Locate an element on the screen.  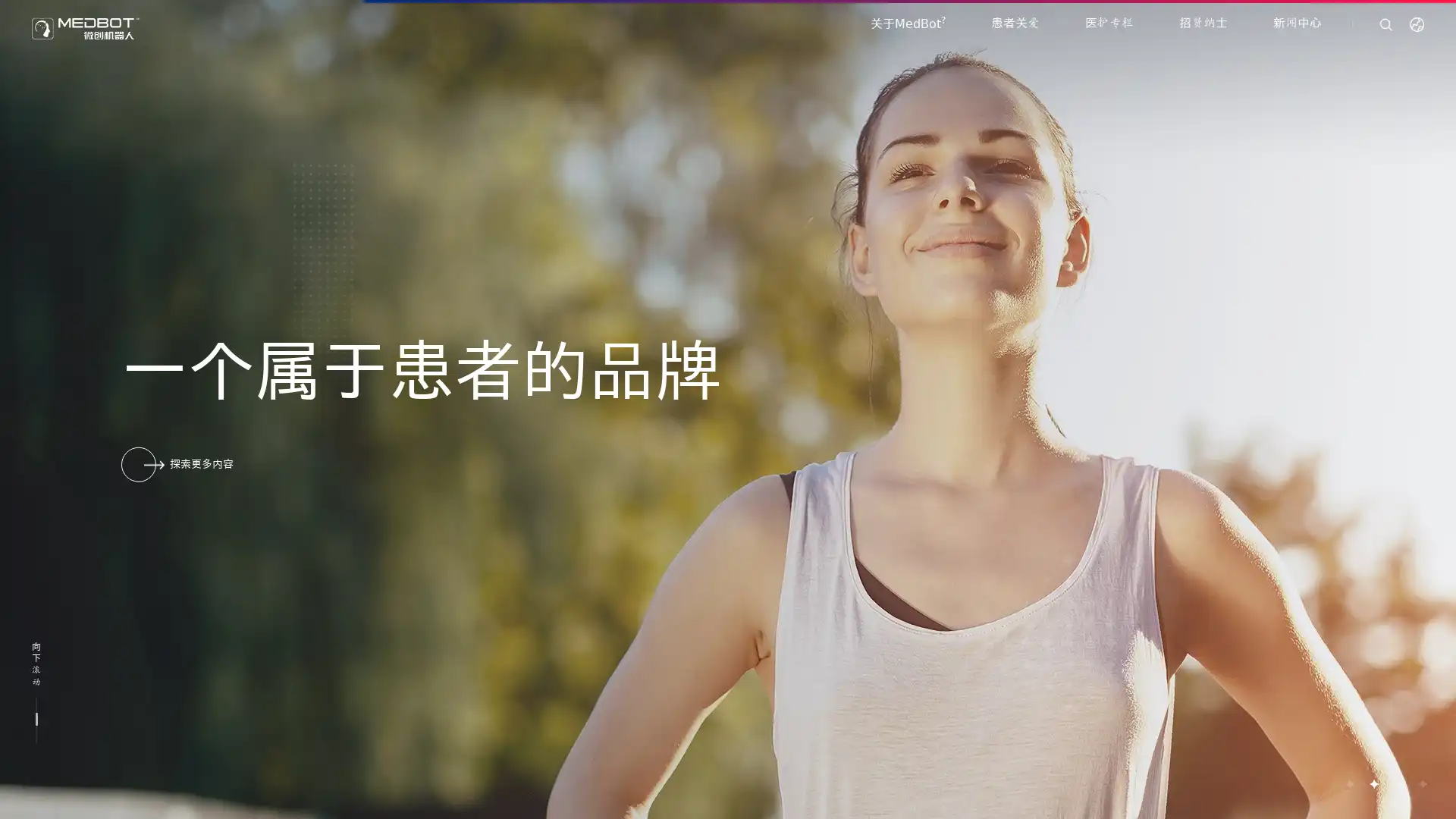
Go to slide 2 is located at coordinates (1373, 783).